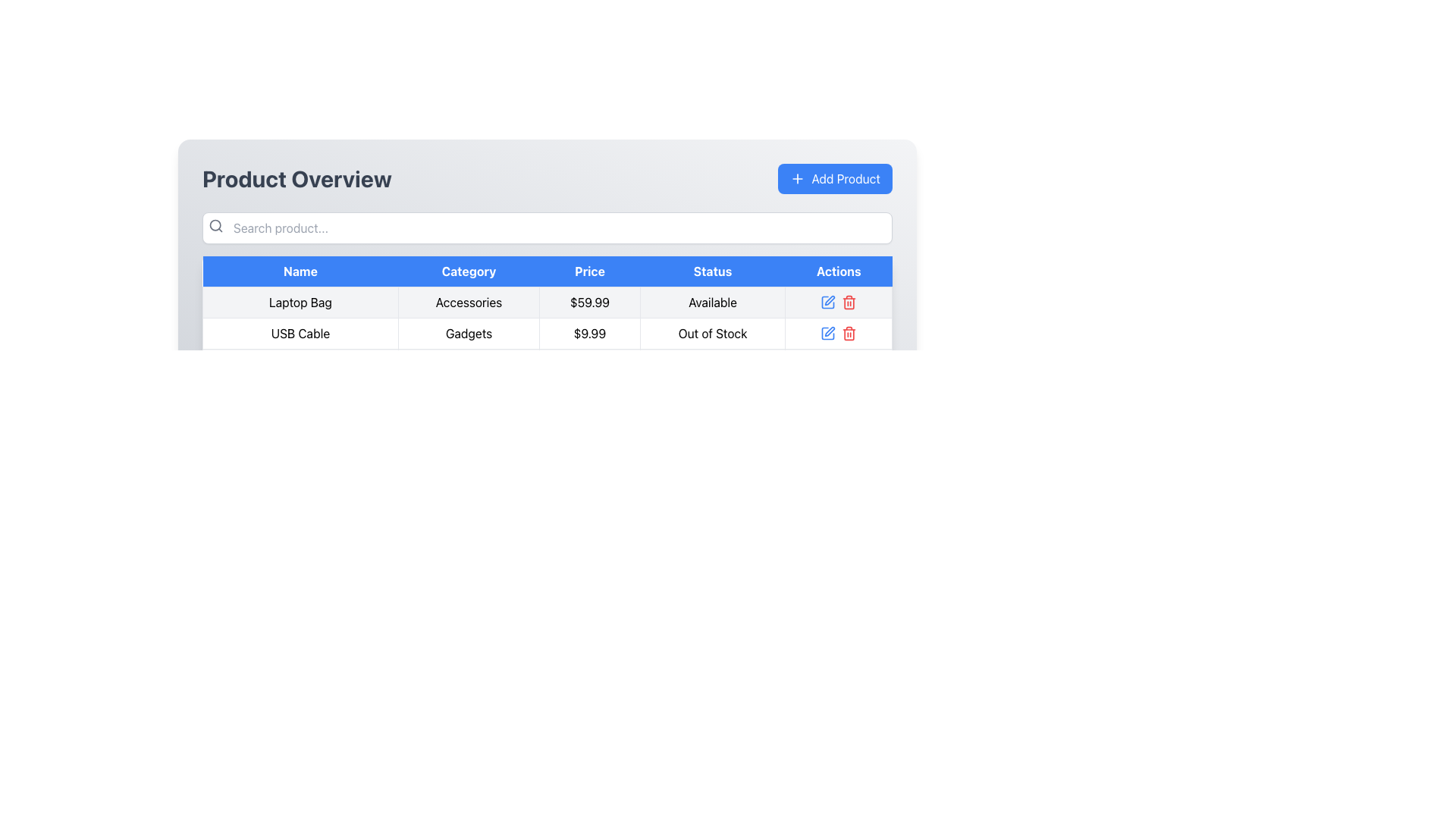 The image size is (1456, 819). Describe the element at coordinates (712, 332) in the screenshot. I see `the Static Text Label in the fourth column of the table that indicates the stock status as 'Not Available' for the product in the second row` at that location.